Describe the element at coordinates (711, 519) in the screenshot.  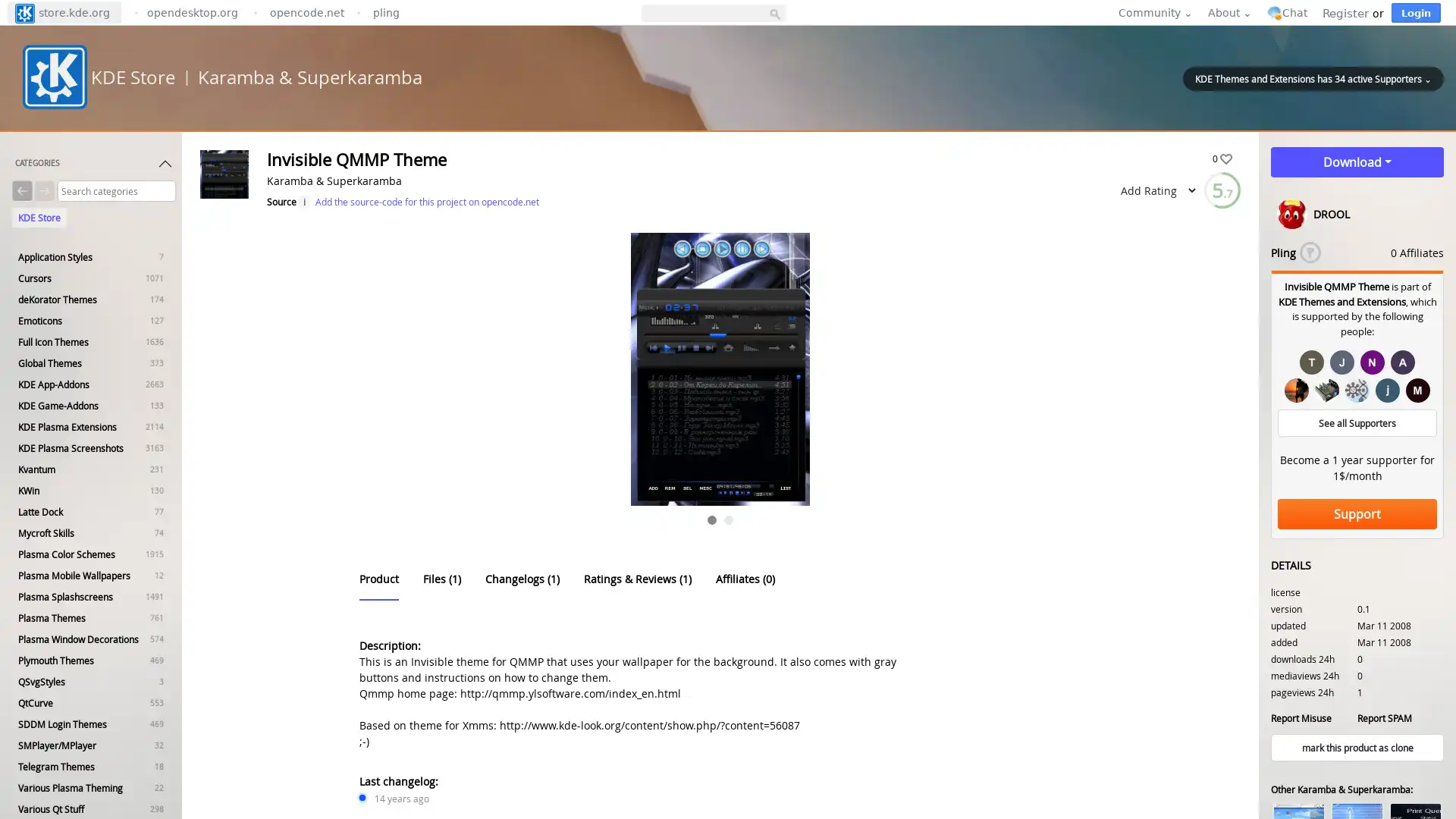
I see `Go to slide 1` at that location.